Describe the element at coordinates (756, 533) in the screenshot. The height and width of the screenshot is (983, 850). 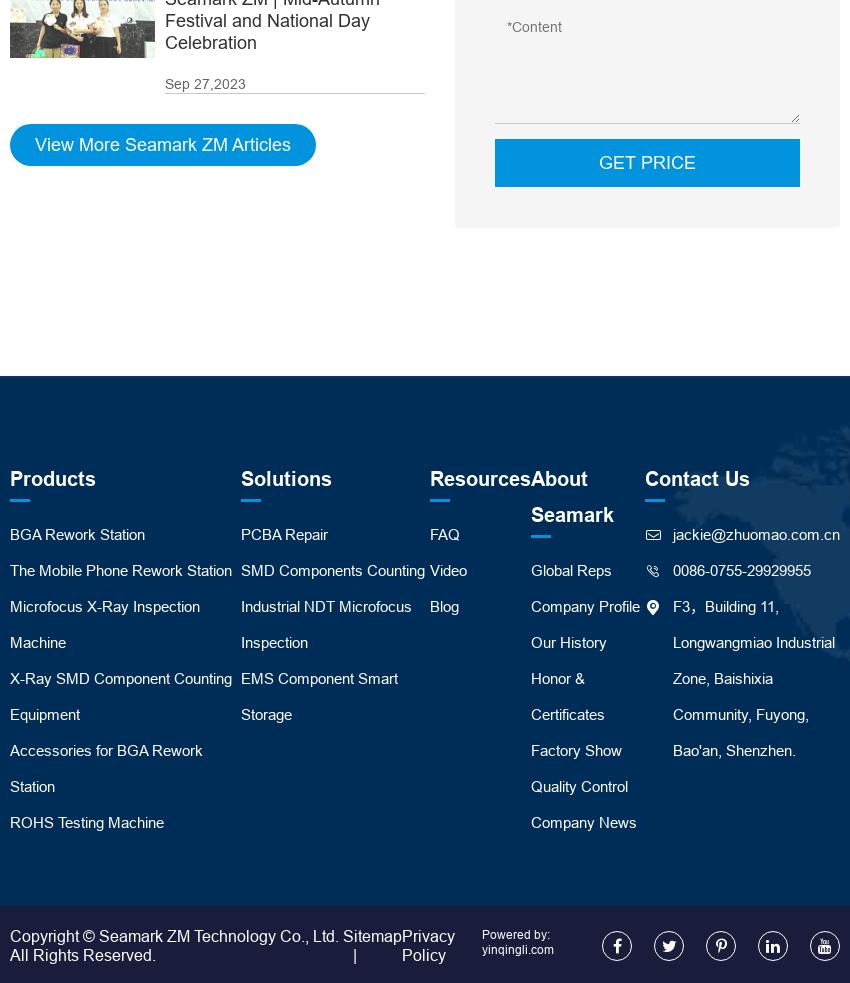
I see `'jackie@zhuomao.com.cn'` at that location.